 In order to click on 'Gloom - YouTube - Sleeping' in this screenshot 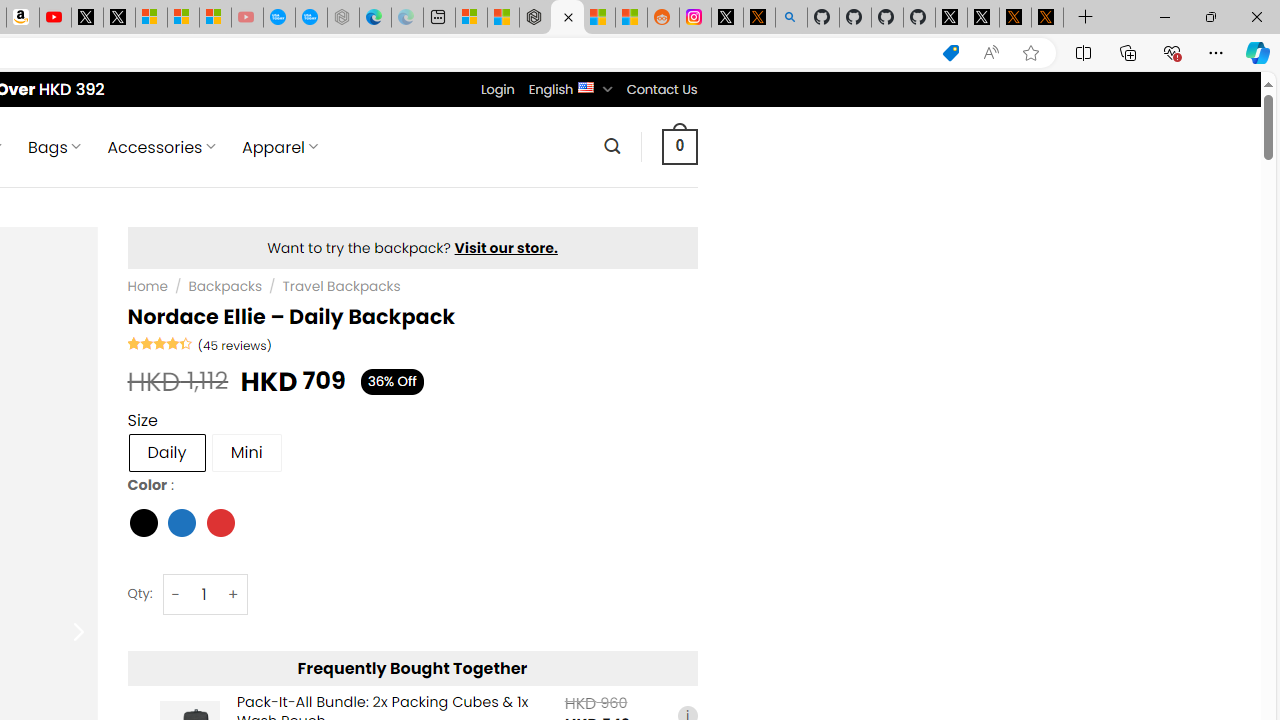, I will do `click(246, 17)`.